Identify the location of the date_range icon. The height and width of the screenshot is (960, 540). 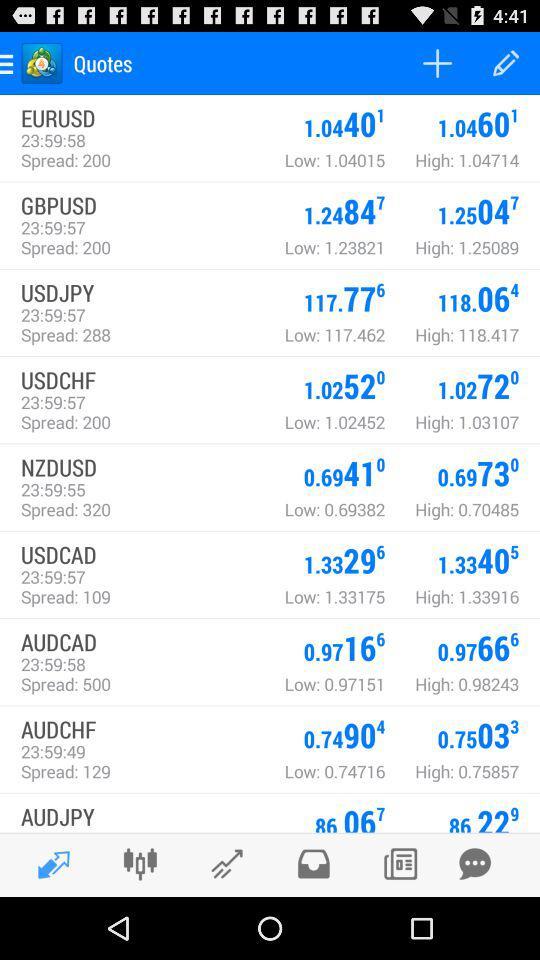
(400, 924).